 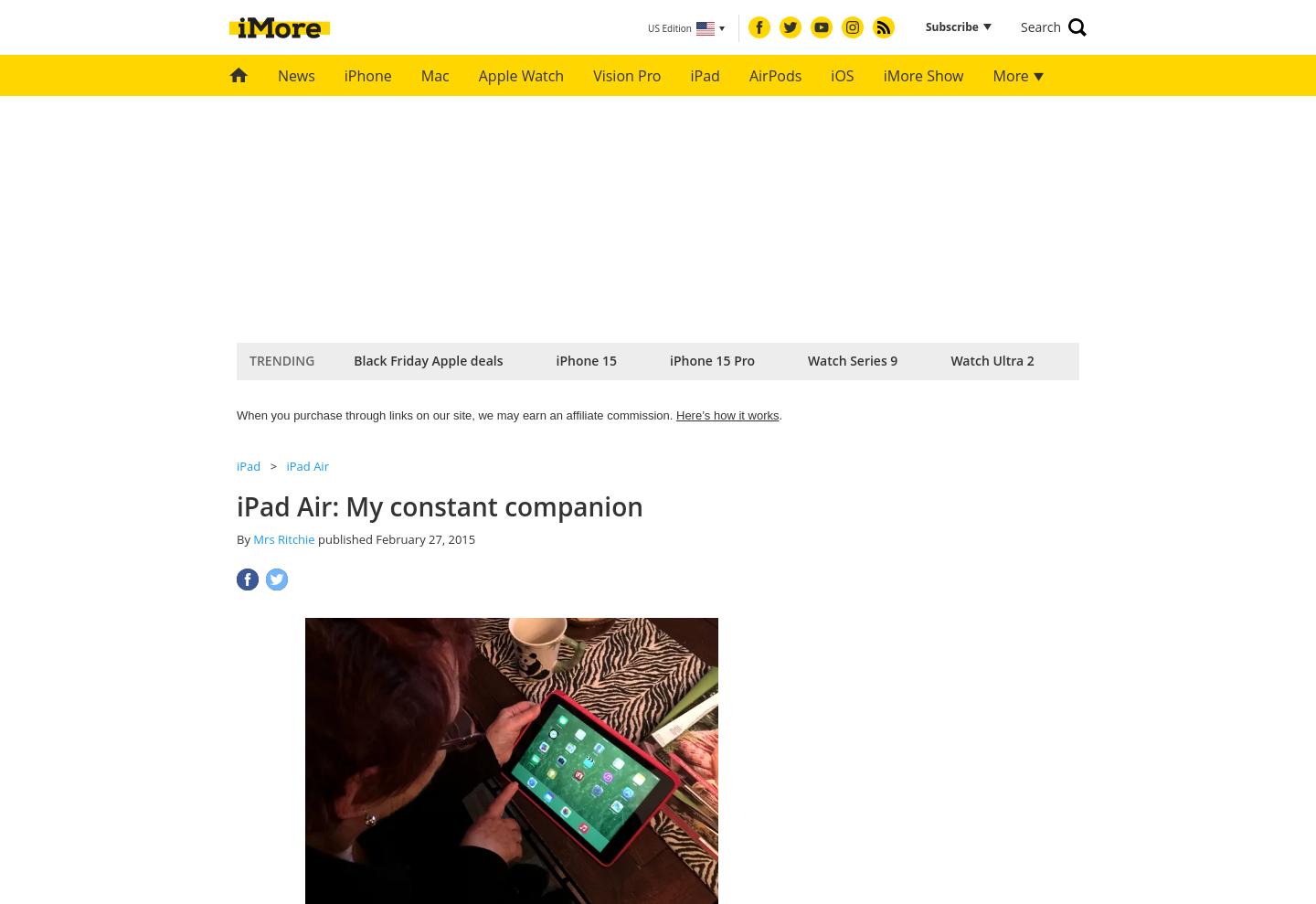 I want to click on 'Apple Watch', so click(x=477, y=75).